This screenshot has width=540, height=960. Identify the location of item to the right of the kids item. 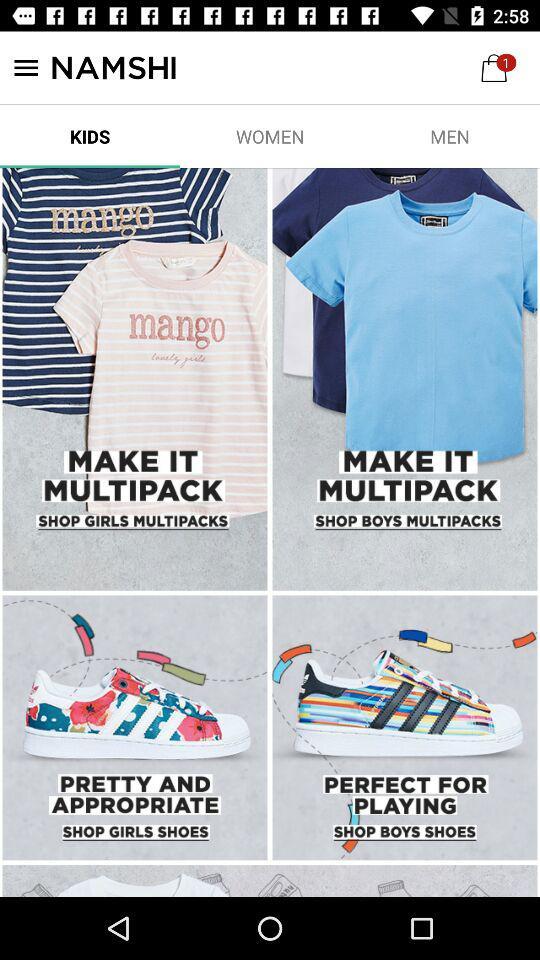
(270, 135).